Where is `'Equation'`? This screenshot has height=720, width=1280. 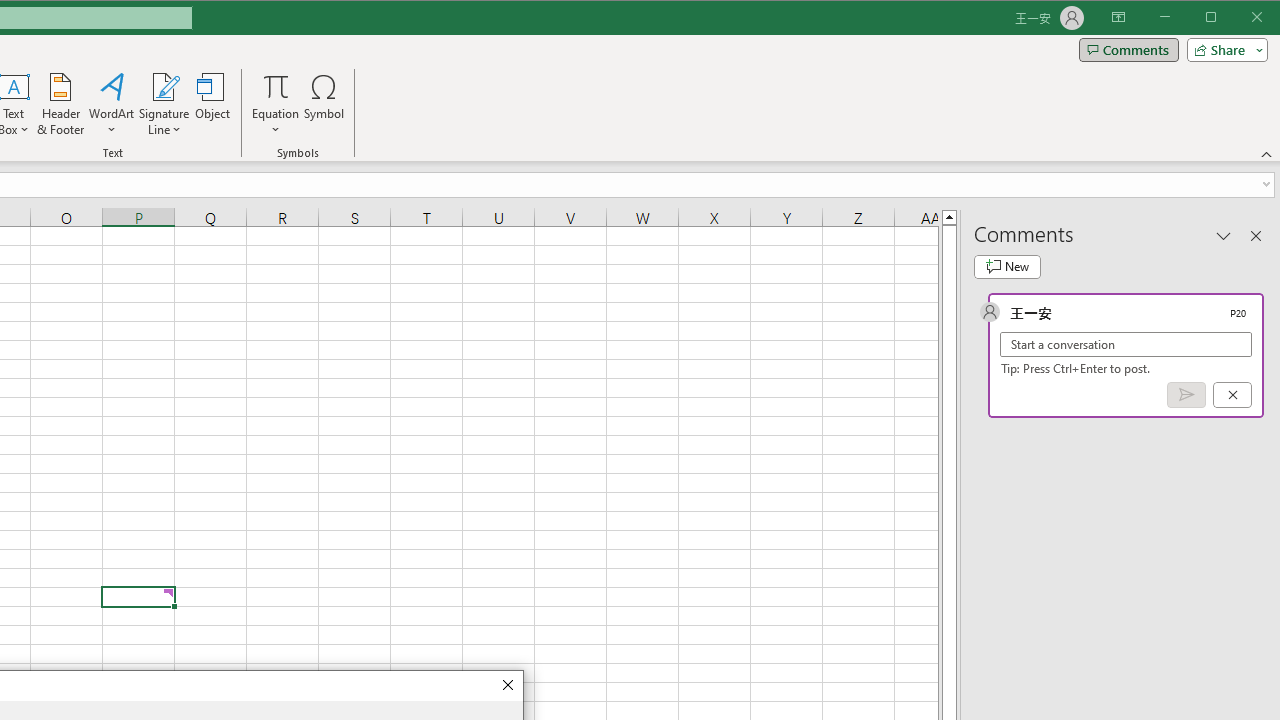
'Equation' is located at coordinates (274, 104).